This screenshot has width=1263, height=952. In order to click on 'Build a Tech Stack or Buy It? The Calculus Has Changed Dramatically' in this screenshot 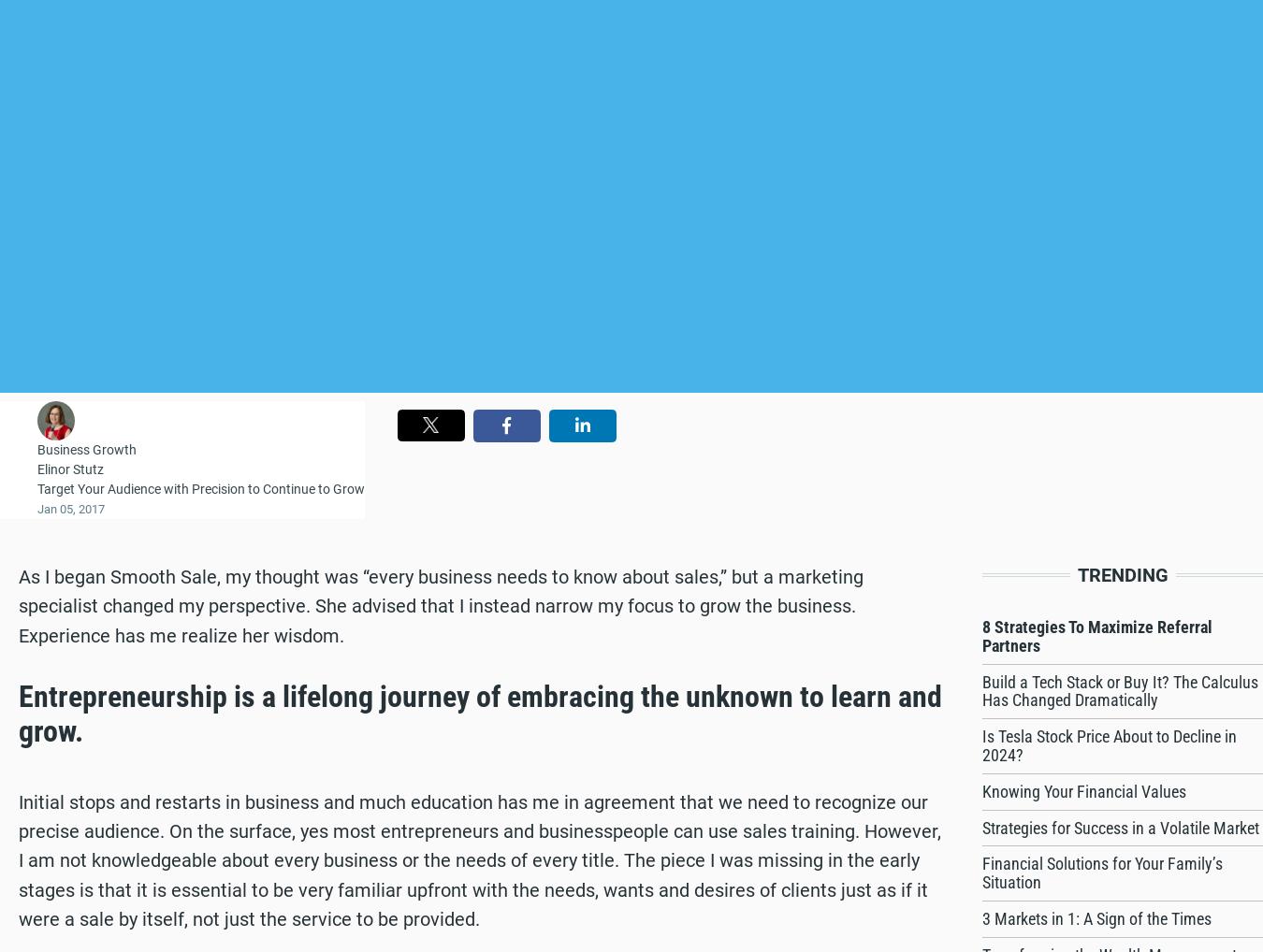, I will do `click(1119, 689)`.